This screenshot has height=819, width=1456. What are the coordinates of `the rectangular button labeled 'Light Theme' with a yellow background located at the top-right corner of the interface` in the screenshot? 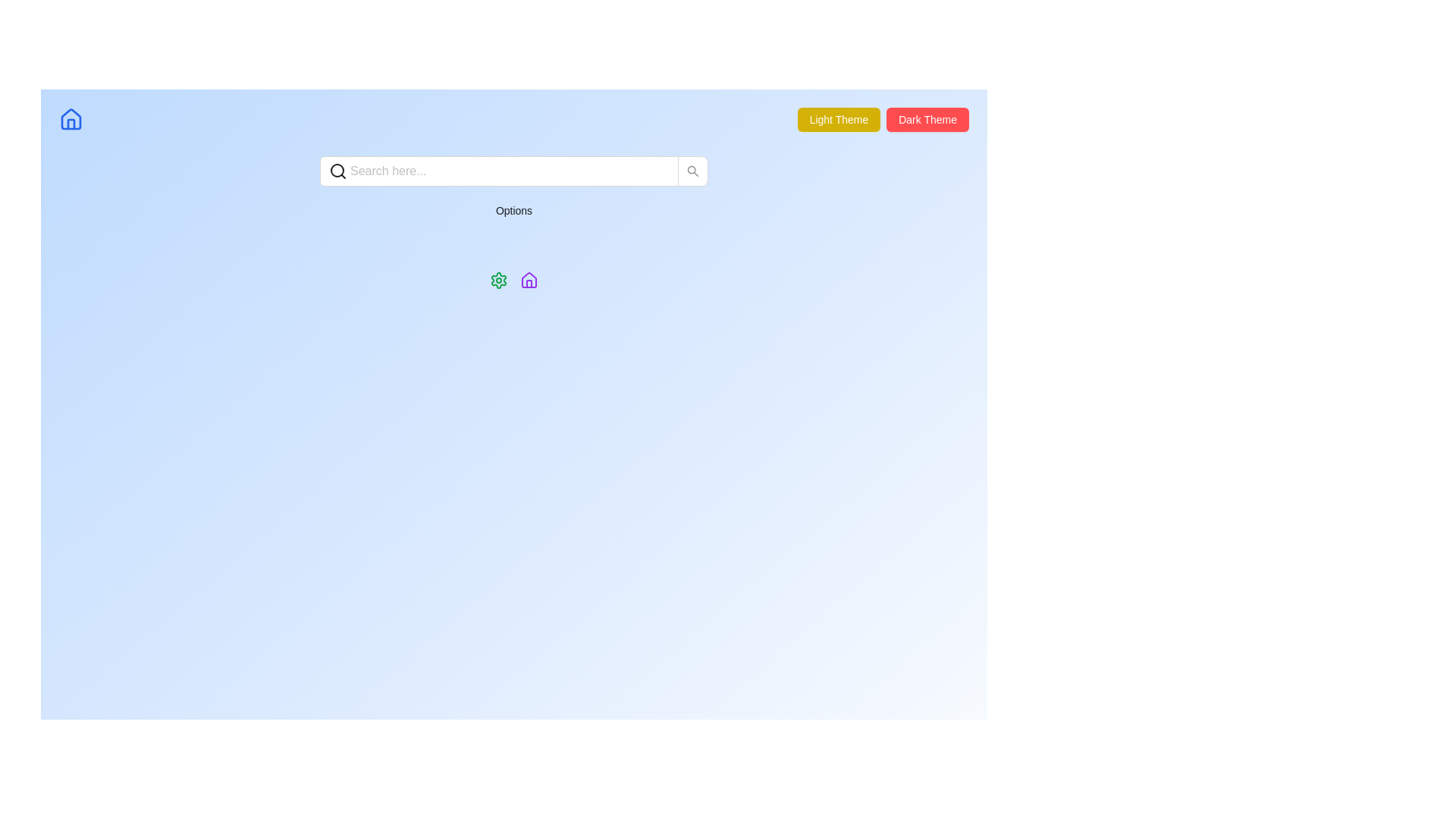 It's located at (838, 119).